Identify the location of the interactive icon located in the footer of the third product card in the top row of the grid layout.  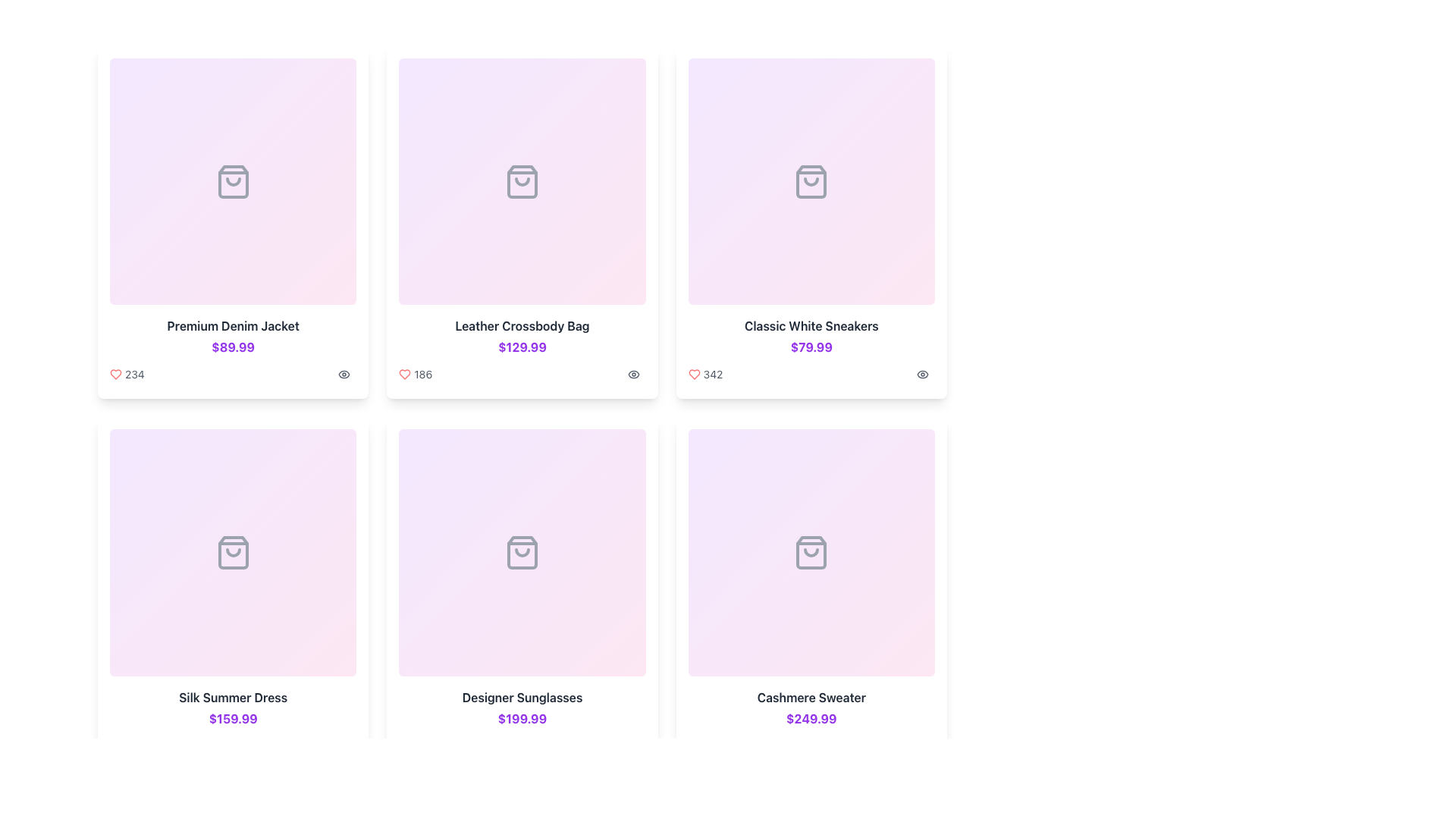
(344, 375).